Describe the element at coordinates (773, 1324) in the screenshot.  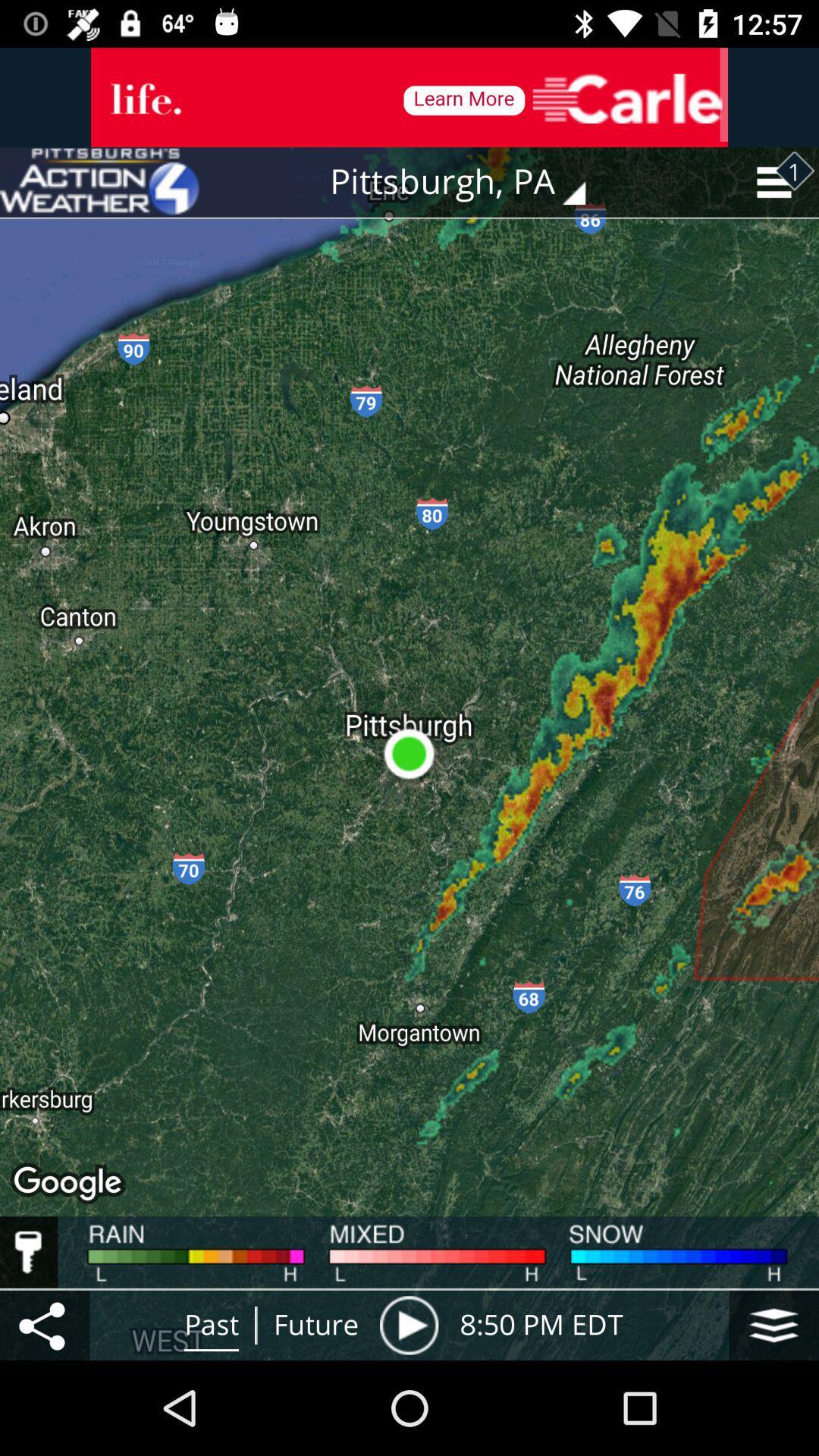
I see `the icon next to the 8 50 pm item` at that location.